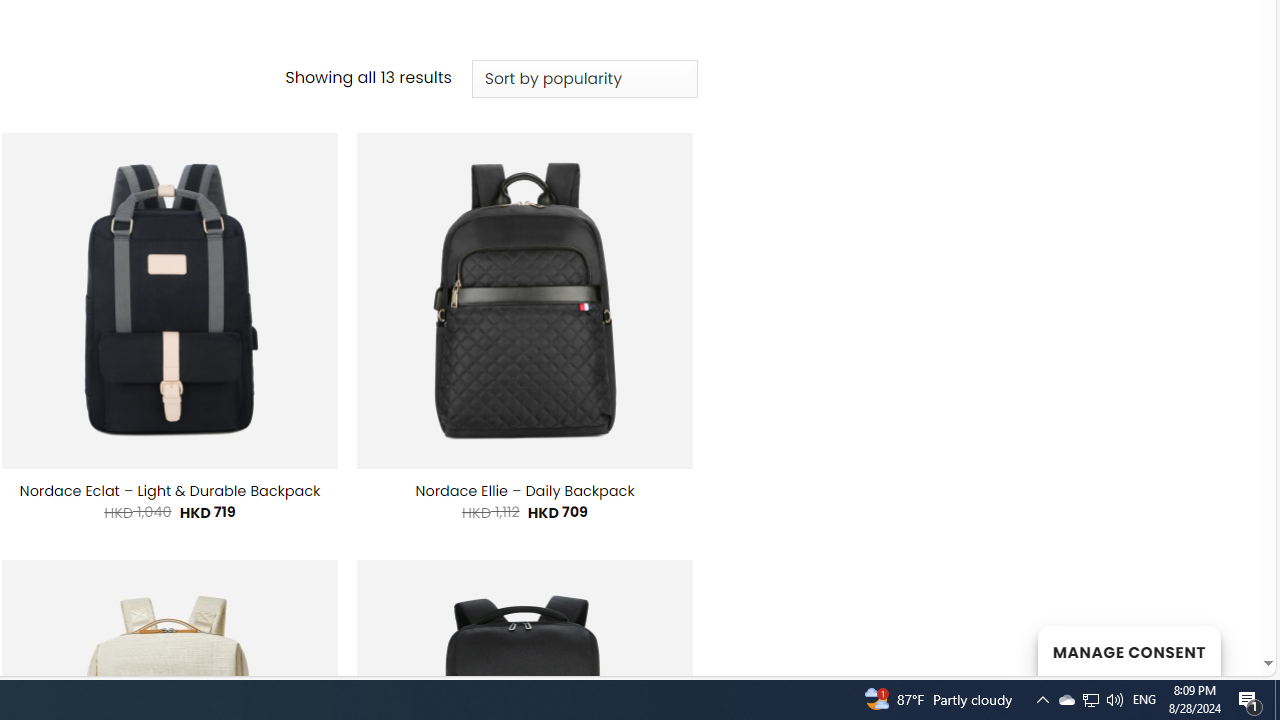  I want to click on 'Shop order', so click(583, 78).